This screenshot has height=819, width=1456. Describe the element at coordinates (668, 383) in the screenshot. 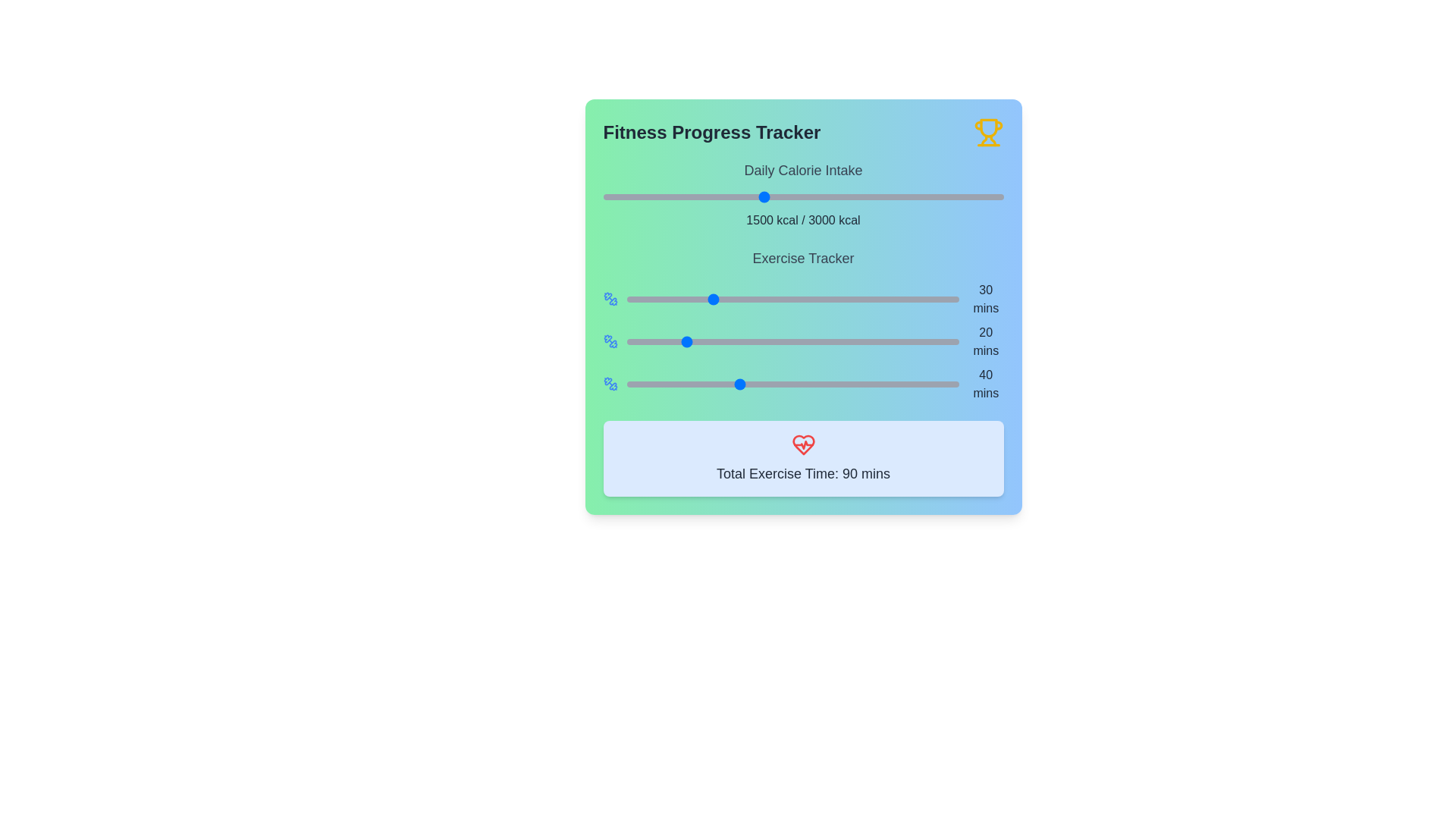

I see `the exercise duration` at that location.